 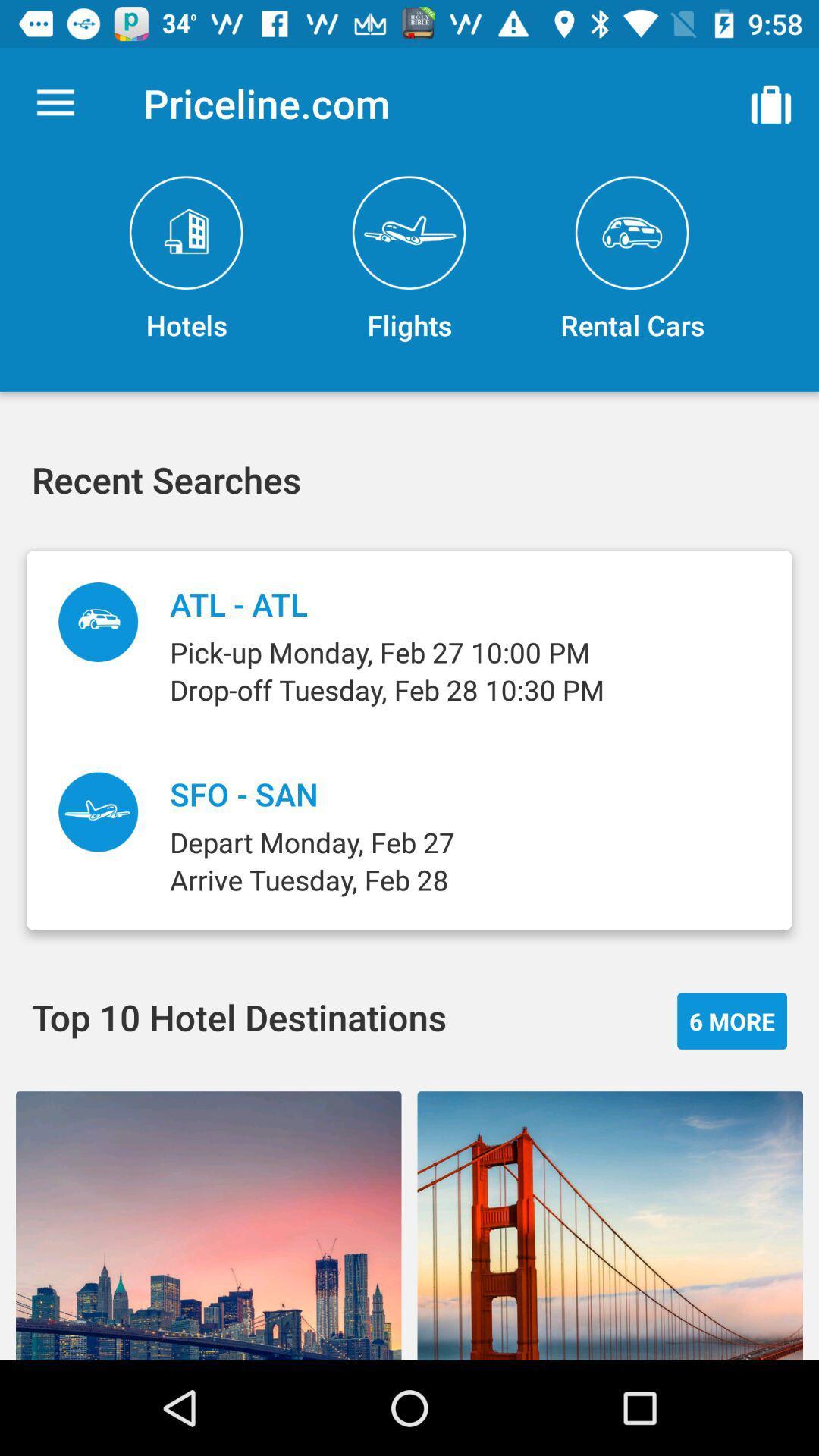 I want to click on 6 more item, so click(x=731, y=1021).